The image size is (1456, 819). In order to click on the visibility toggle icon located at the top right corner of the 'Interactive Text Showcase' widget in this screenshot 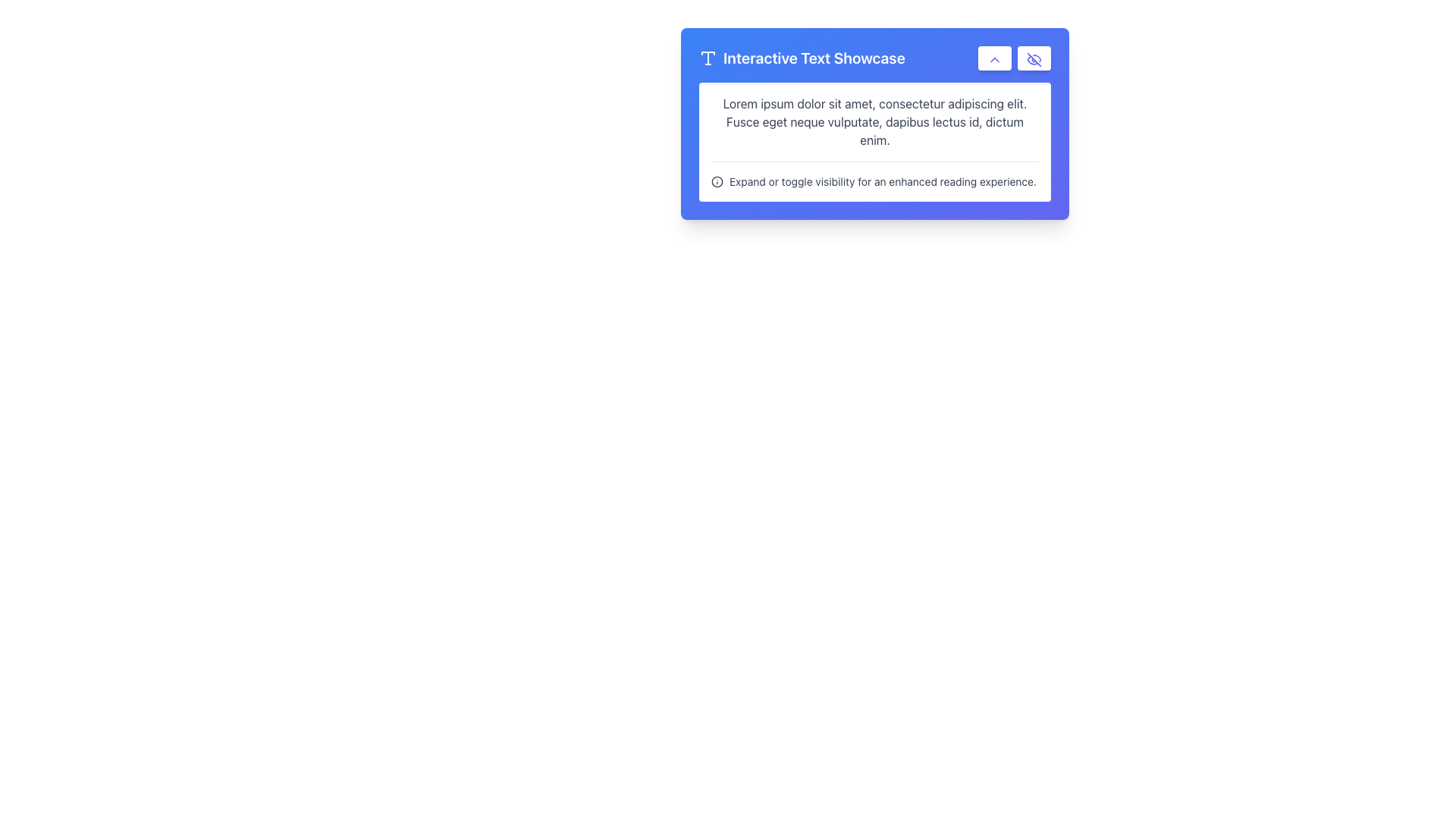, I will do `click(1033, 58)`.